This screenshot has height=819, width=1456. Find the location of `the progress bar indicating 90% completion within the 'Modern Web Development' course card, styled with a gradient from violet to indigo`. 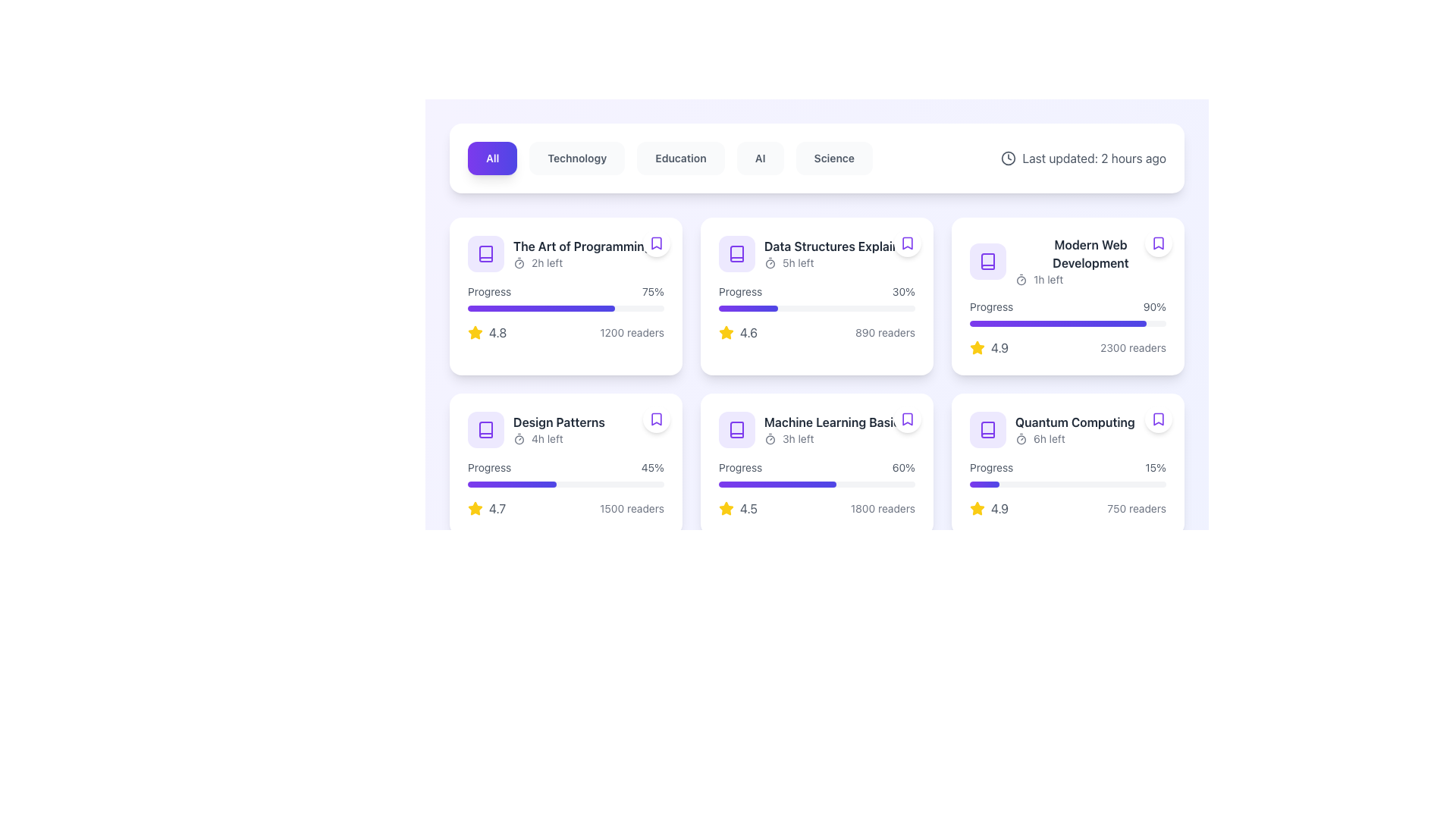

the progress bar indicating 90% completion within the 'Modern Web Development' course card, styled with a gradient from violet to indigo is located at coordinates (1067, 323).